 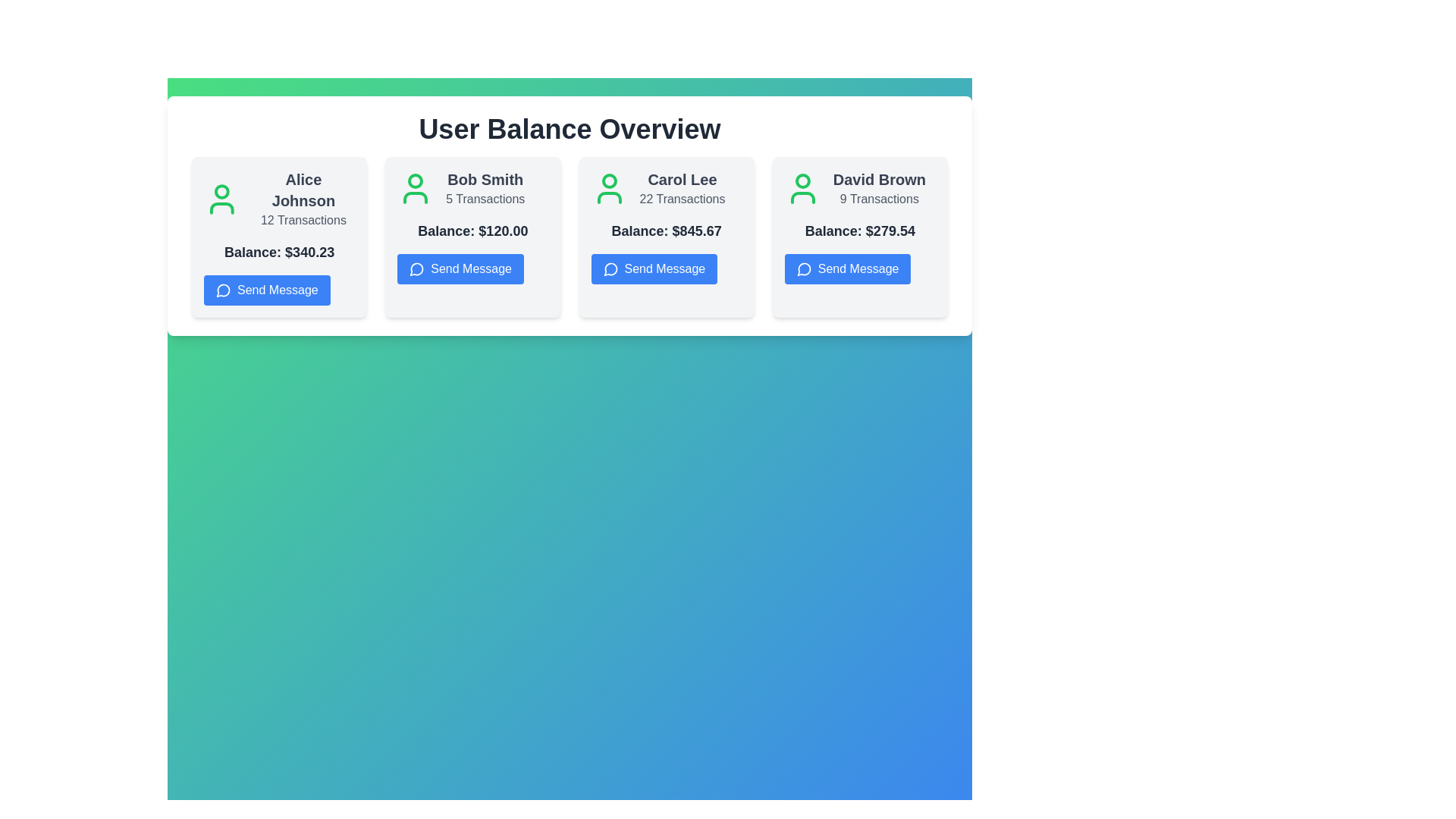 What do you see at coordinates (485, 188) in the screenshot?
I see `the text display component showing 'Bob Smith' and '5 Transactions', located in the second user information card from the left` at bounding box center [485, 188].